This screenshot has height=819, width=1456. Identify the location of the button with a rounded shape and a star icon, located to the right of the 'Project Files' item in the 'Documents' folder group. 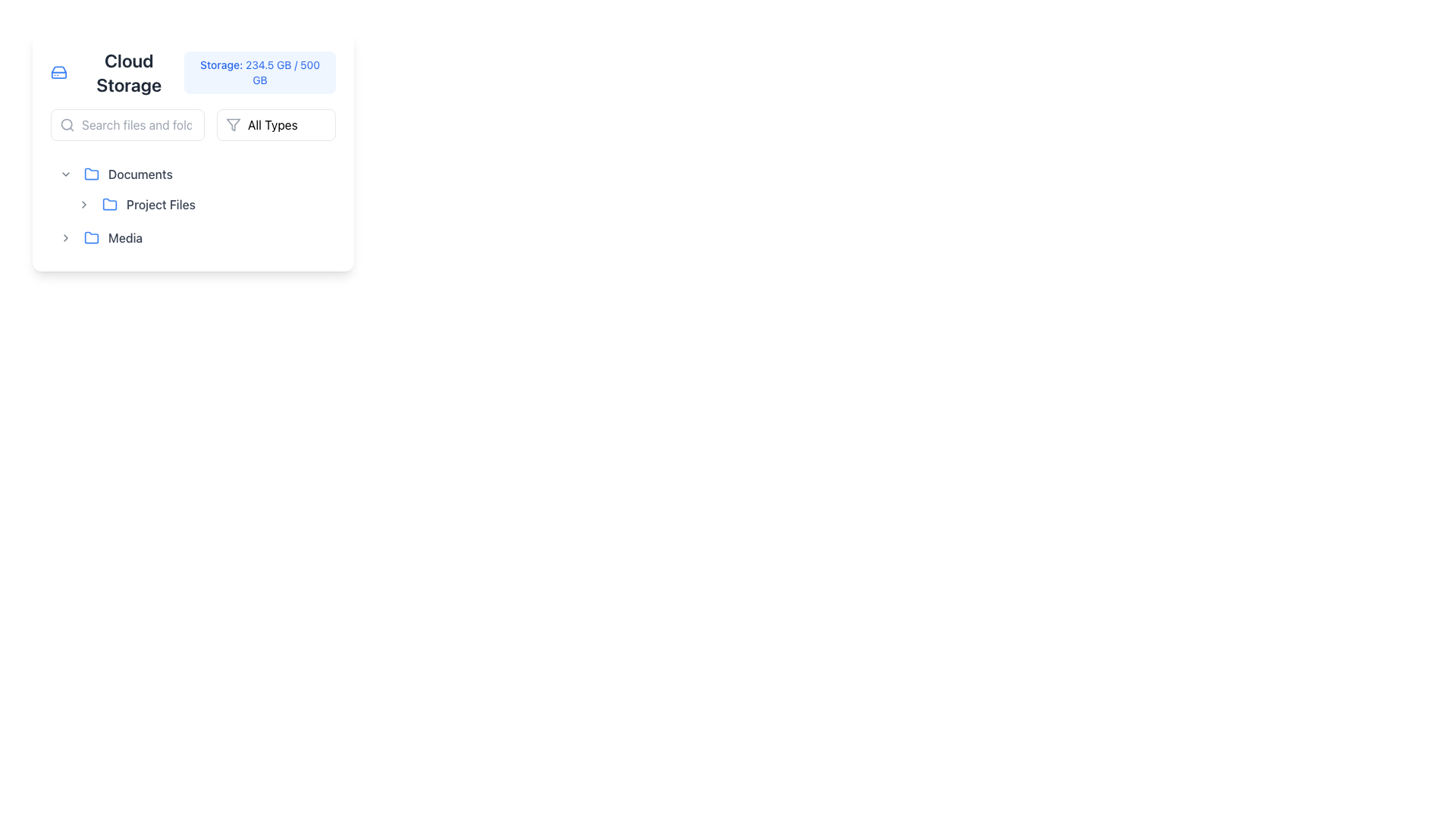
(293, 205).